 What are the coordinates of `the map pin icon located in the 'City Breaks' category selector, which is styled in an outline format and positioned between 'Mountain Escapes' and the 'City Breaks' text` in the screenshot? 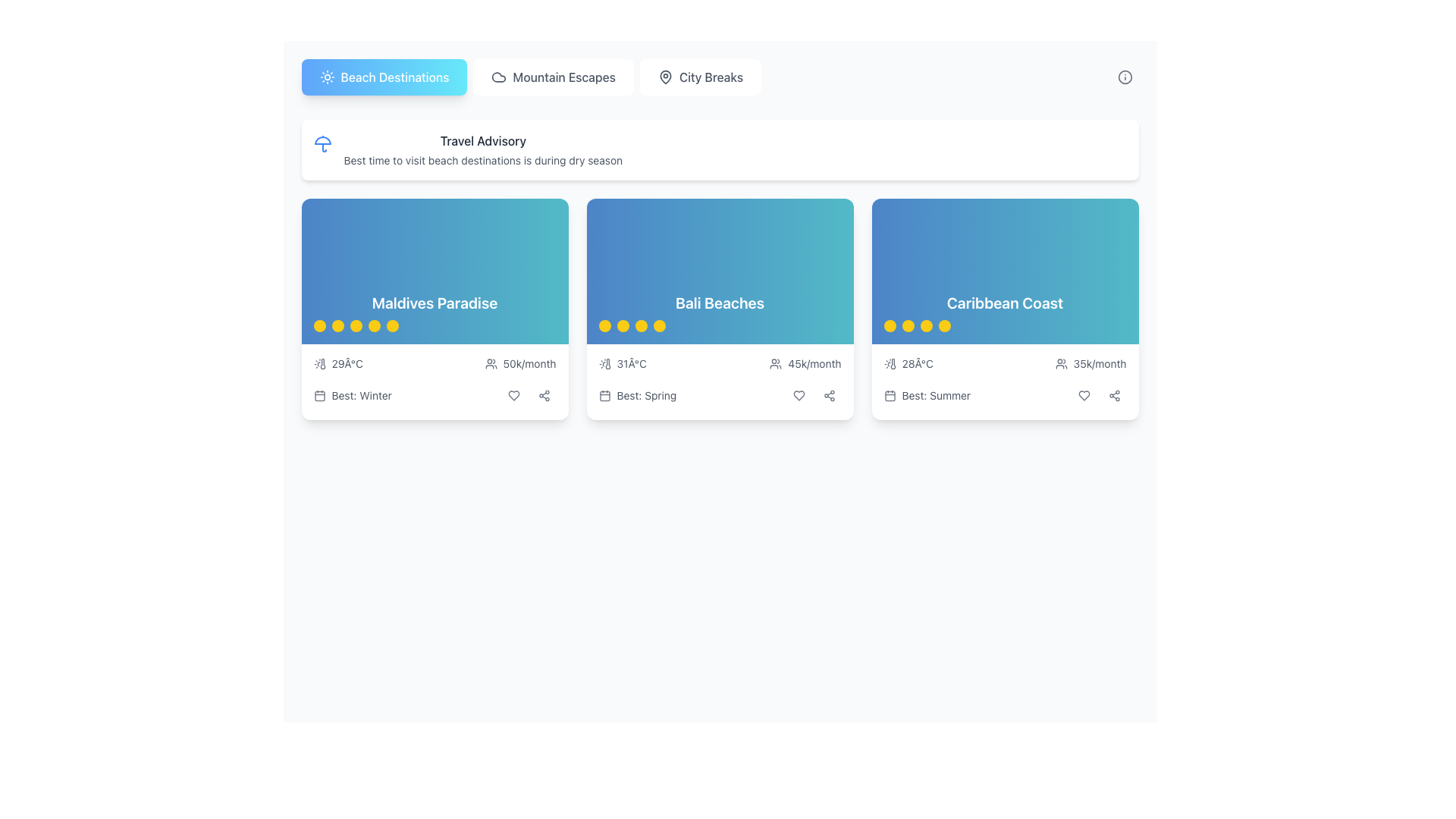 It's located at (665, 77).